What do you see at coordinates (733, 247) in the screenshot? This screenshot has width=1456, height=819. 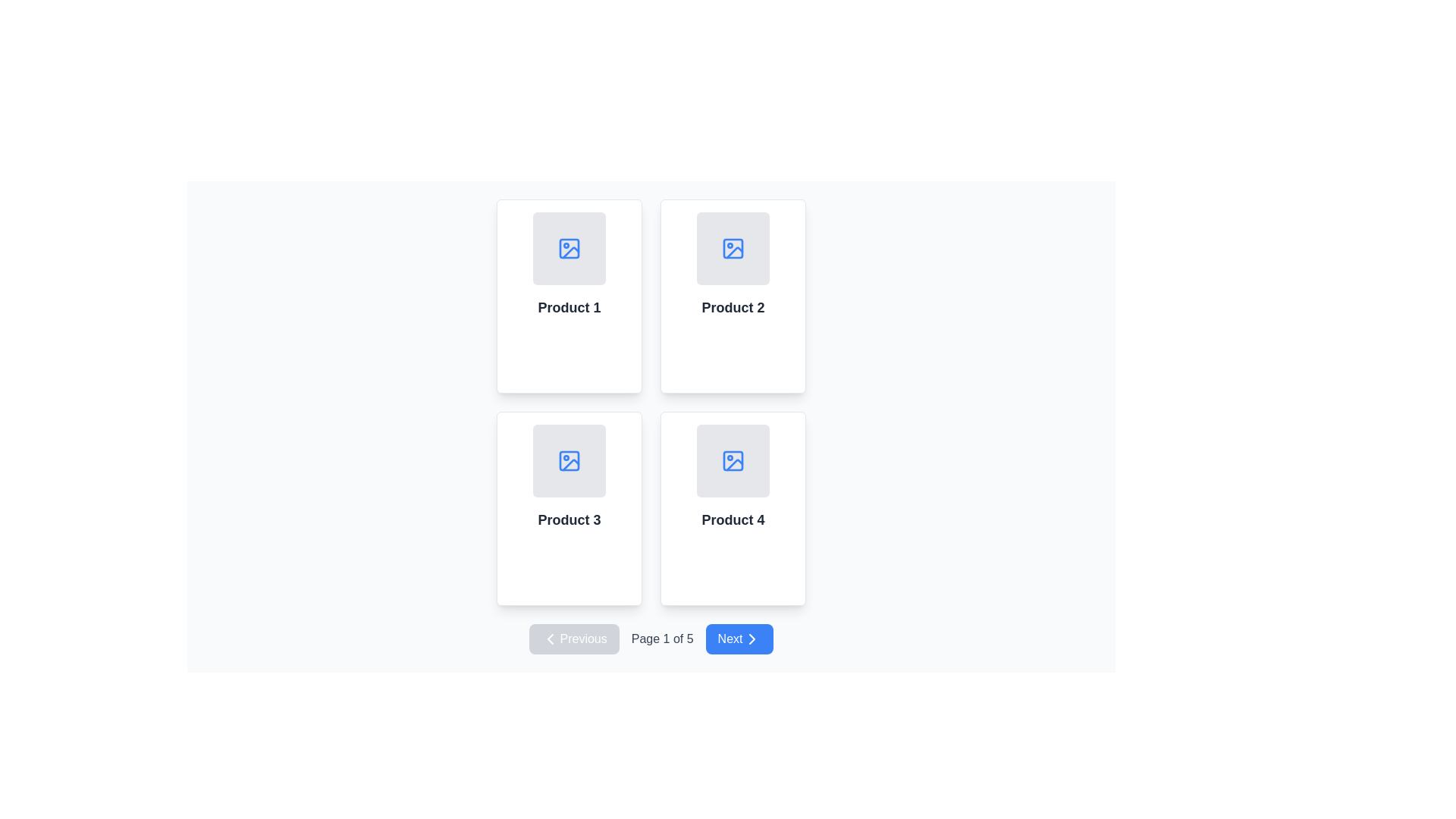 I see `the blue image symbol icon resembling a mountain with a sun, located in the top right tile labeled 'Product 2'` at bounding box center [733, 247].